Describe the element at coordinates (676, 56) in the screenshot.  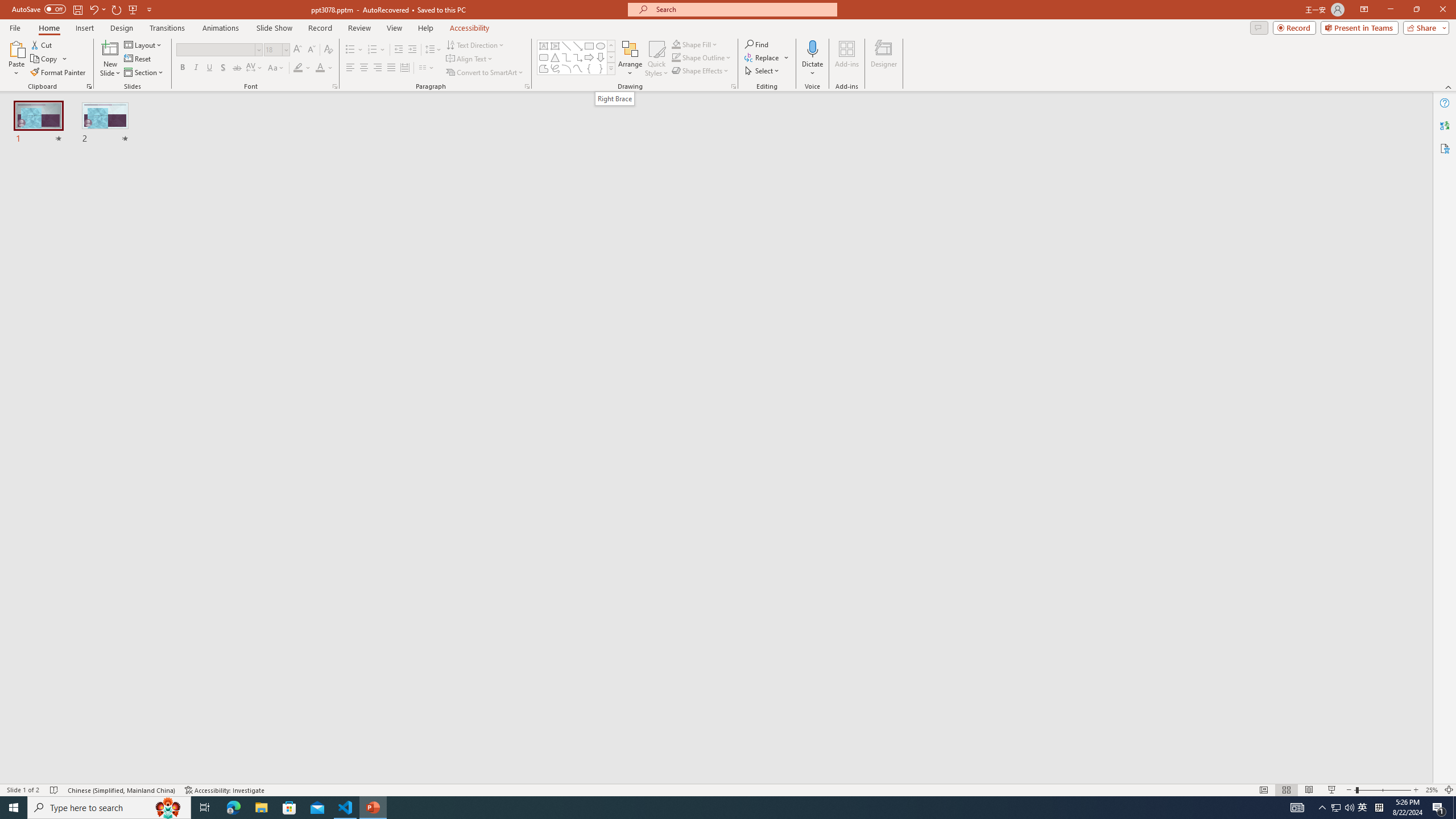
I see `'Shape Outline Green, Accent 1'` at that location.